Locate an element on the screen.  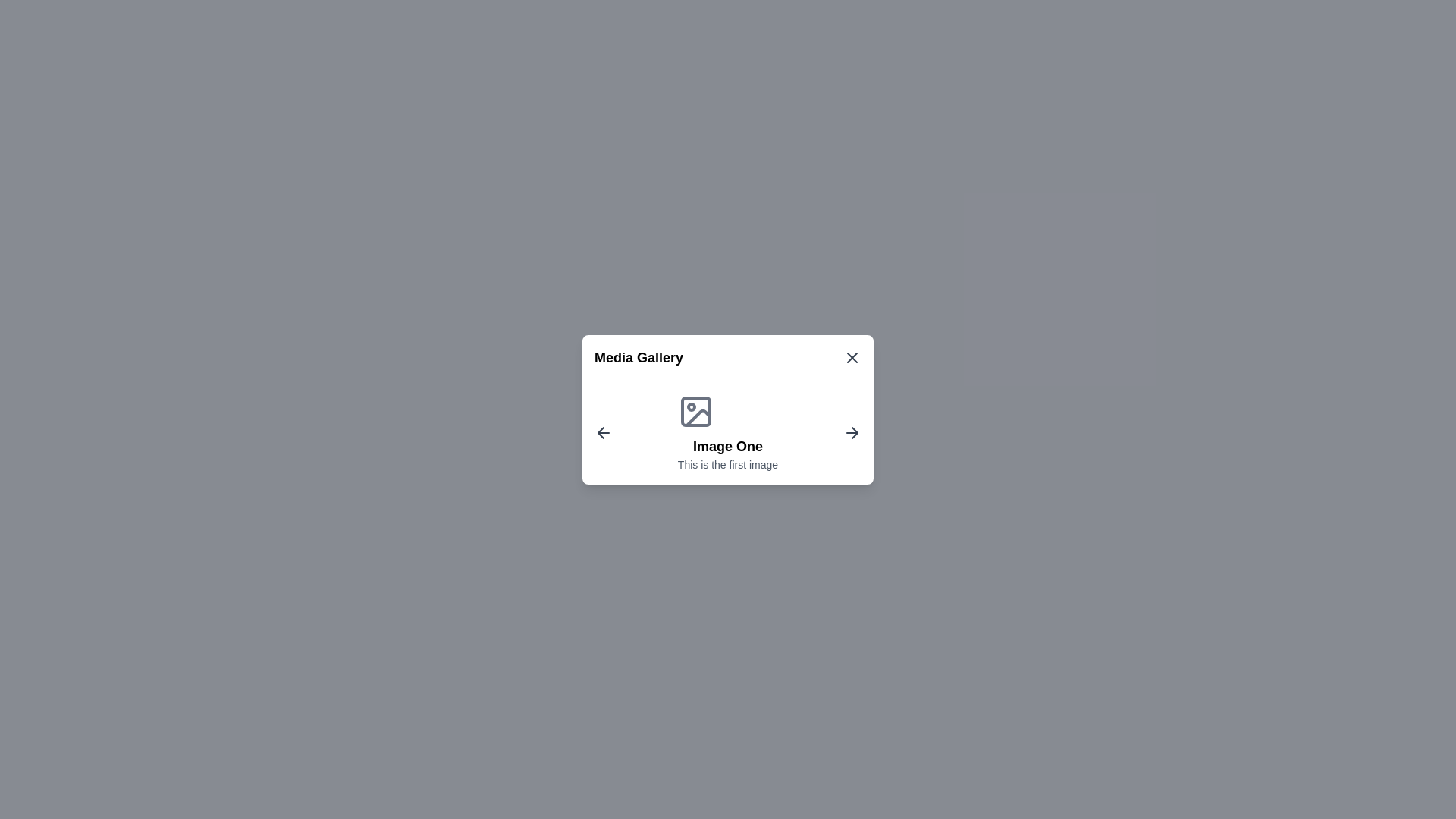
the leftward-pointing arrow icon located on the left side of the 'Media Gallery' modal is located at coordinates (603, 432).